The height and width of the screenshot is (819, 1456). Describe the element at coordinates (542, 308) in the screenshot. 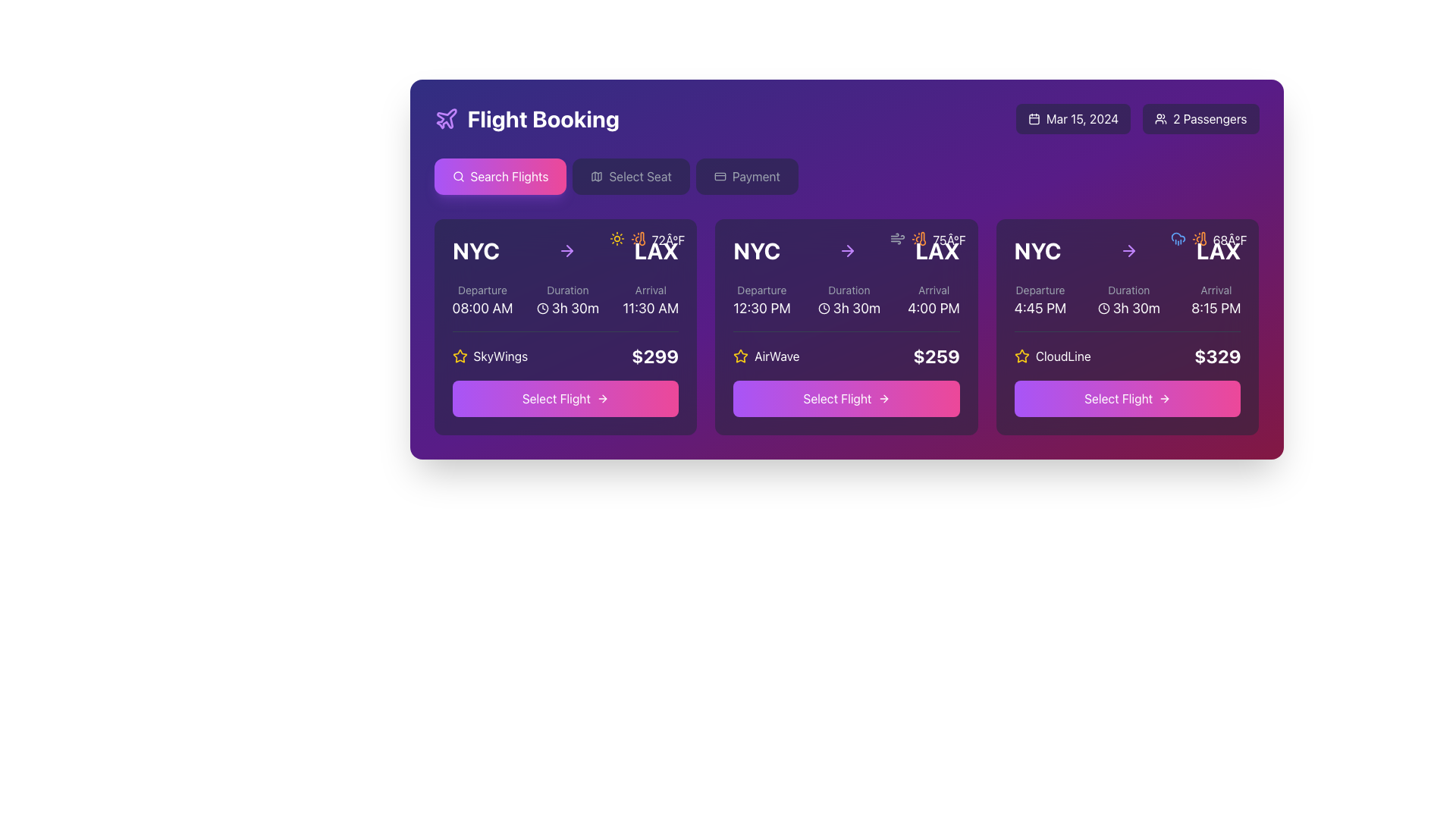

I see `the time icon located to the left of the '3h 30m' duration text on the first flight information card in the upper center area, near the 'Duration' label` at that location.